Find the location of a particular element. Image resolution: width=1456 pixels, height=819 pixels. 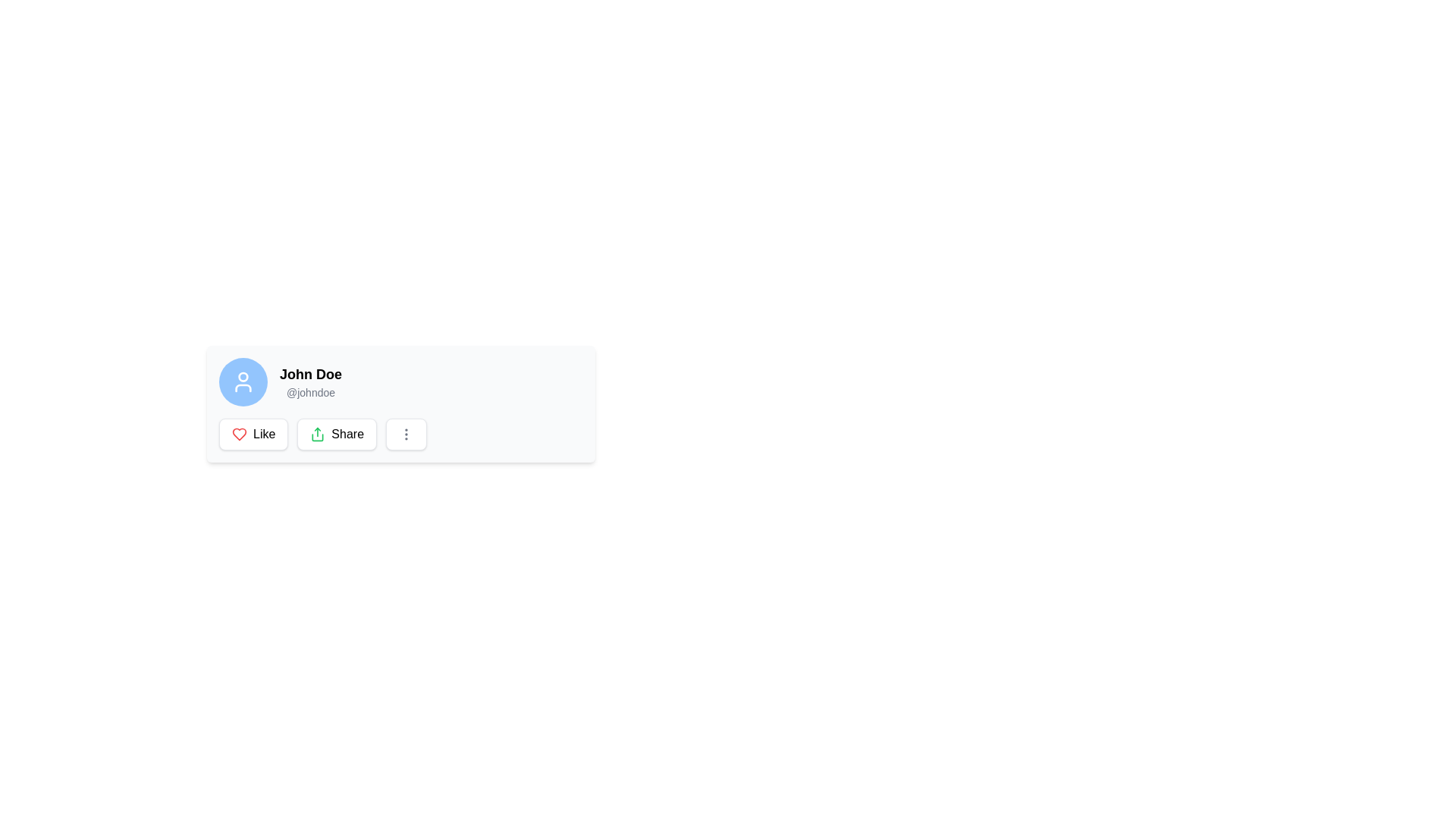

the bold text label 'John Doe' next to the profile picture in the layout card is located at coordinates (309, 374).